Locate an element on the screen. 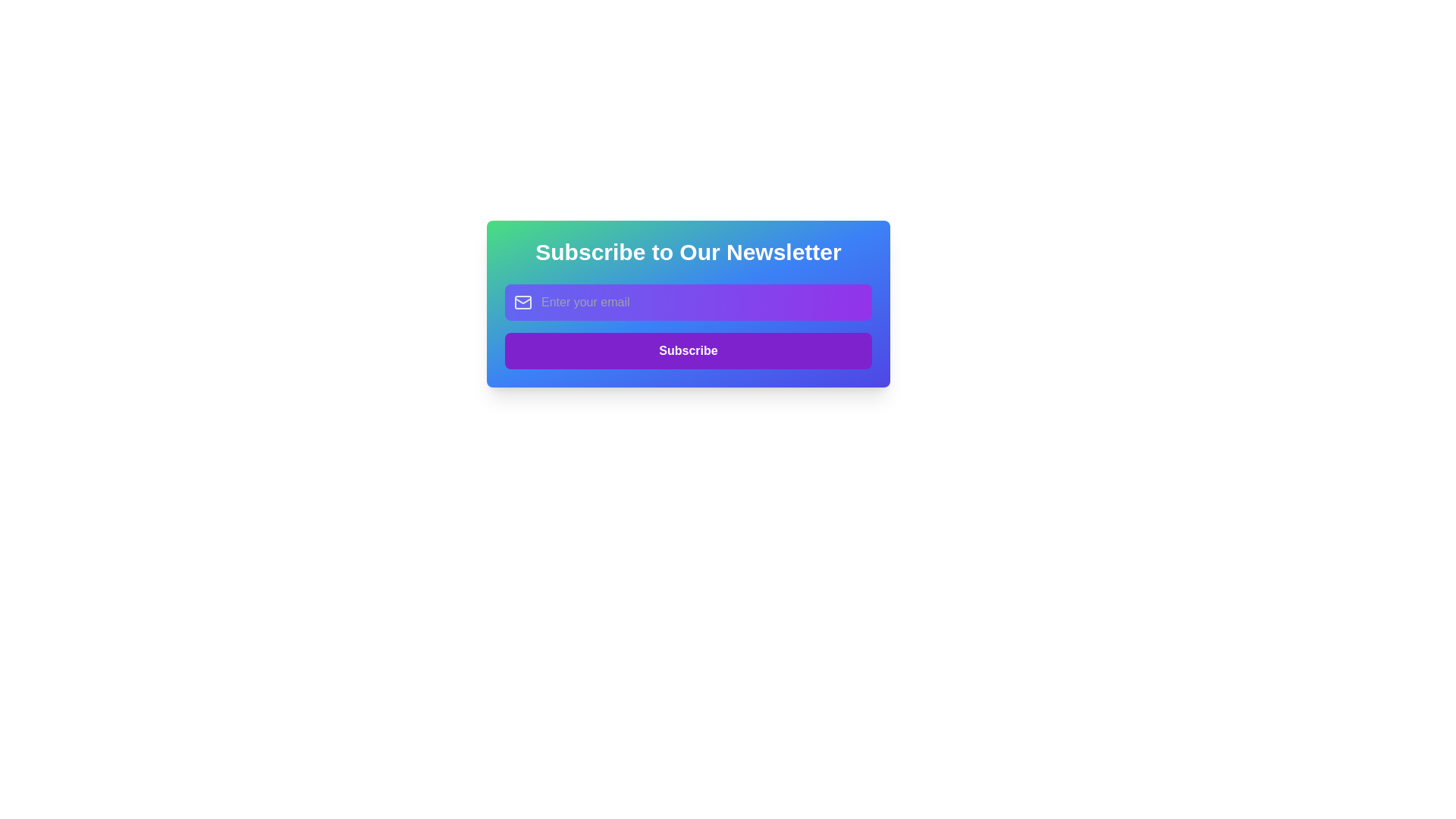 The width and height of the screenshot is (1456, 819). the email input field icon, which visually indicates where to enter an email address, located at the left edge of the field is located at coordinates (523, 302).